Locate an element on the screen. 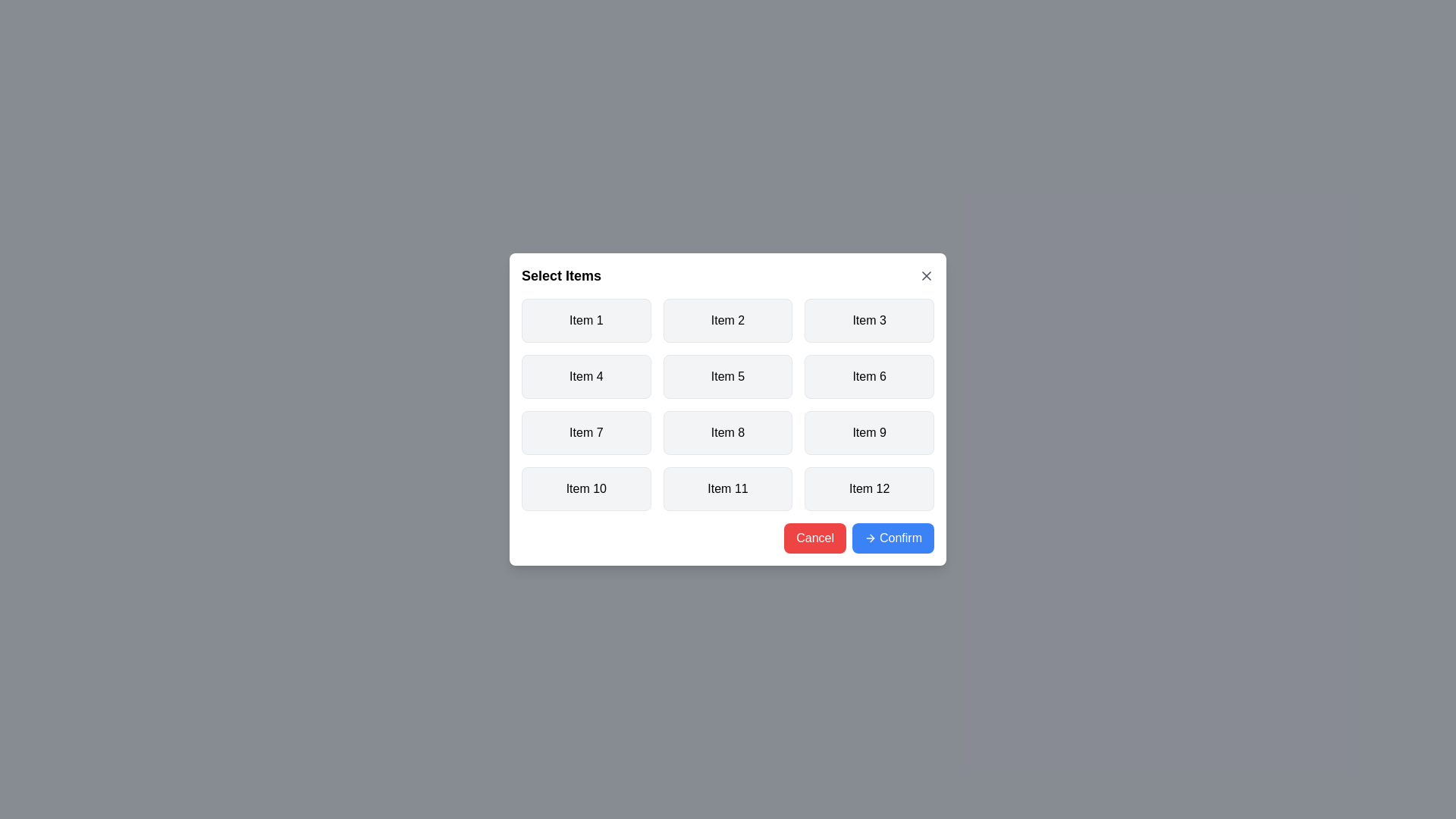  the 'Confirm' button to save the selections and close the dialog is located at coordinates (893, 537).